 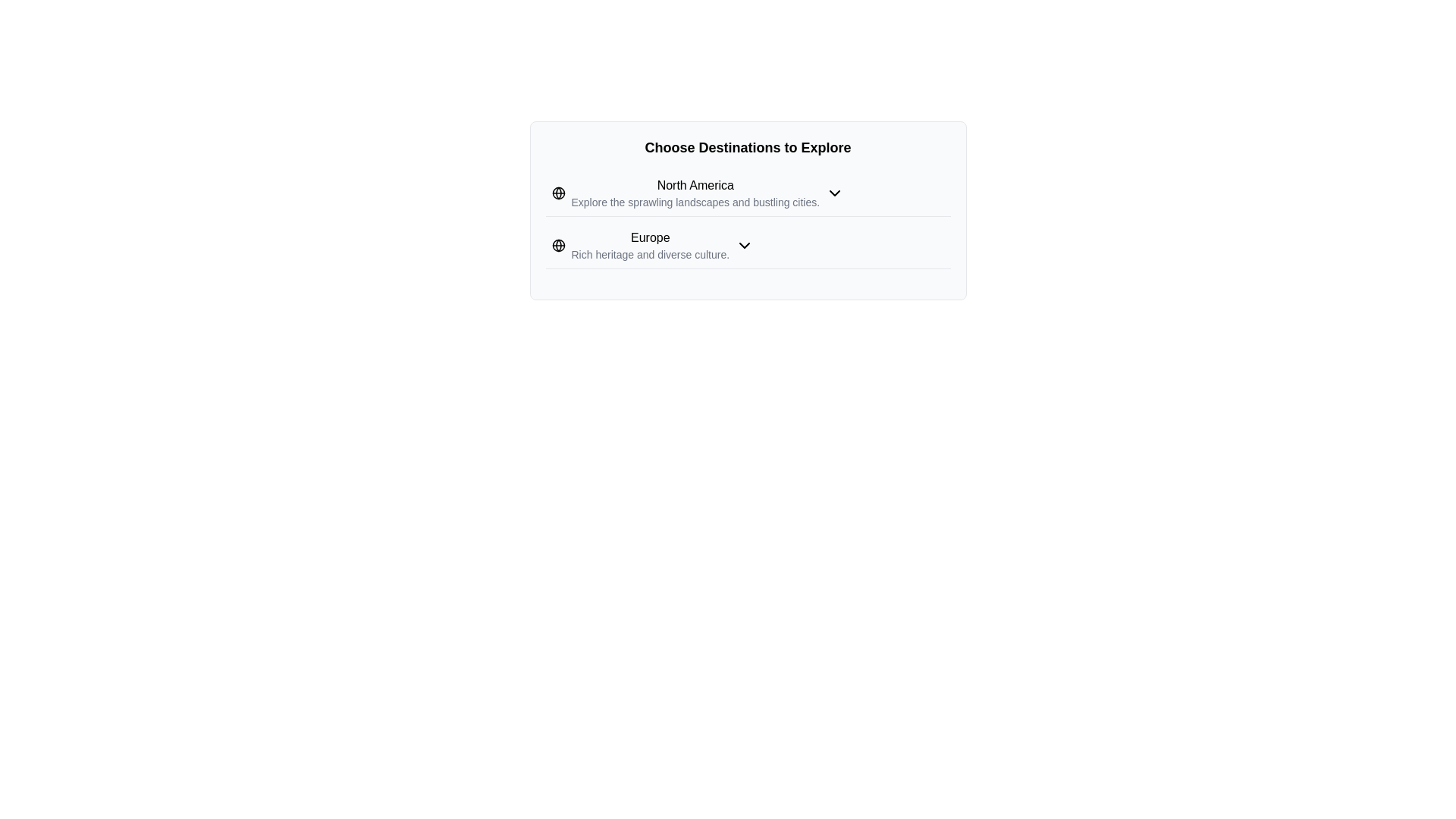 What do you see at coordinates (748, 219) in the screenshot?
I see `the downward-facing arrow on the 'North America' section of the composite UI element labeled 'Choose Destinations` at bounding box center [748, 219].